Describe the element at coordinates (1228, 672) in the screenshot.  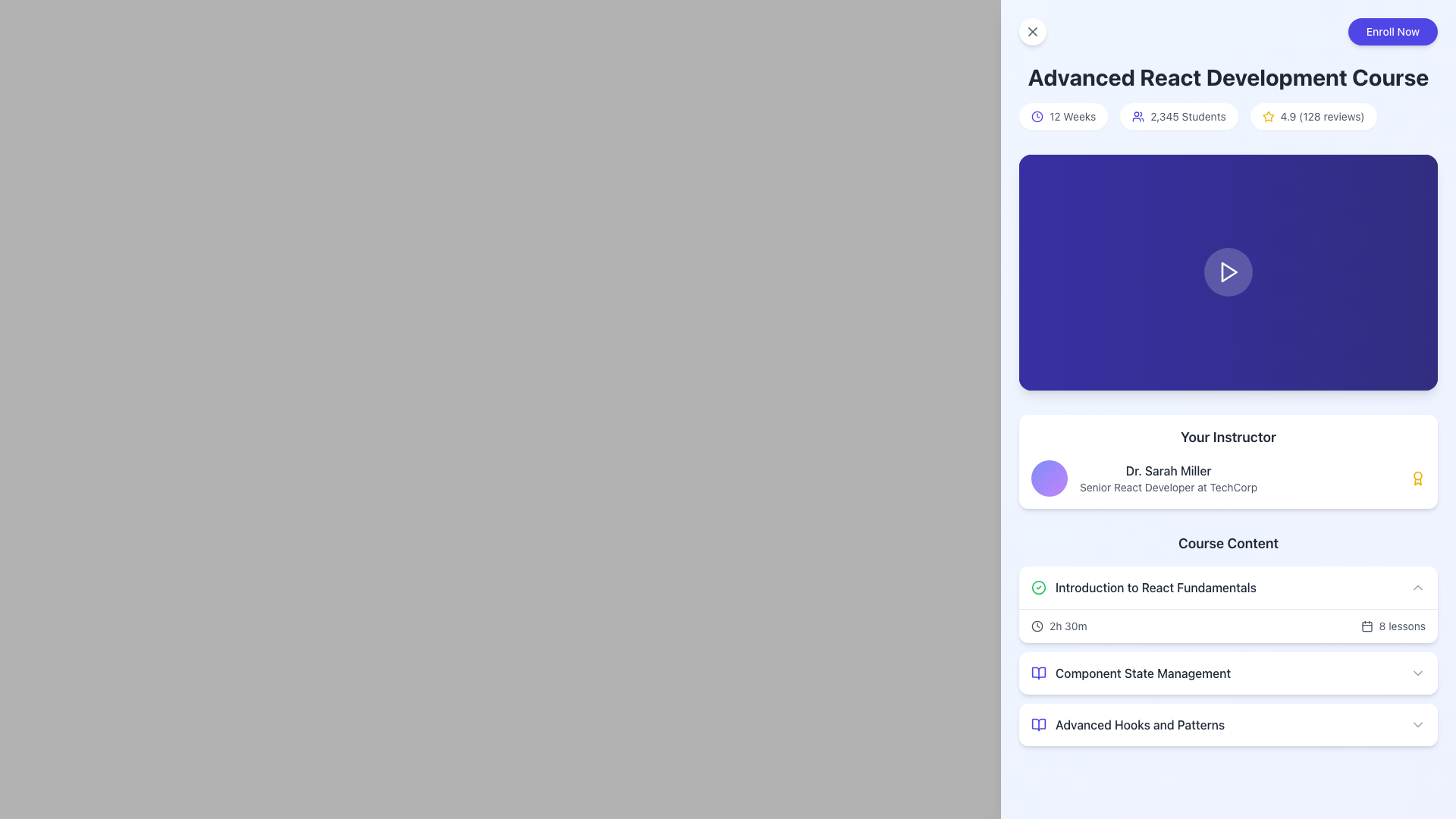
I see `the expandable list item labeled 'Component State Management' to receive interaction feedback` at that location.